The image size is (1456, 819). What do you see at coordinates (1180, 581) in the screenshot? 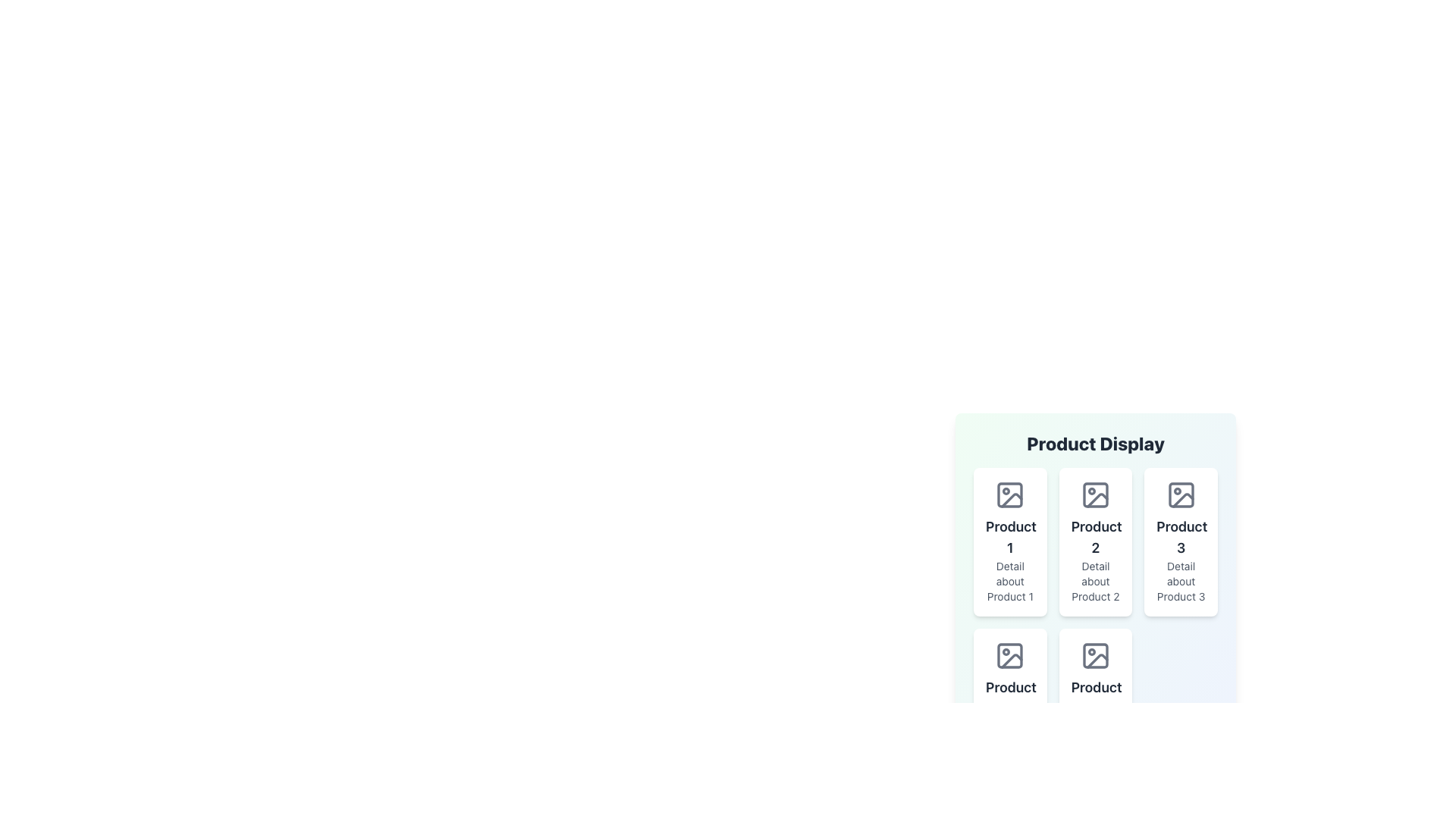
I see `the text label that contains 'Detail about Product 3', located directly below the 'Product 3' title in the rightmost card` at bounding box center [1180, 581].